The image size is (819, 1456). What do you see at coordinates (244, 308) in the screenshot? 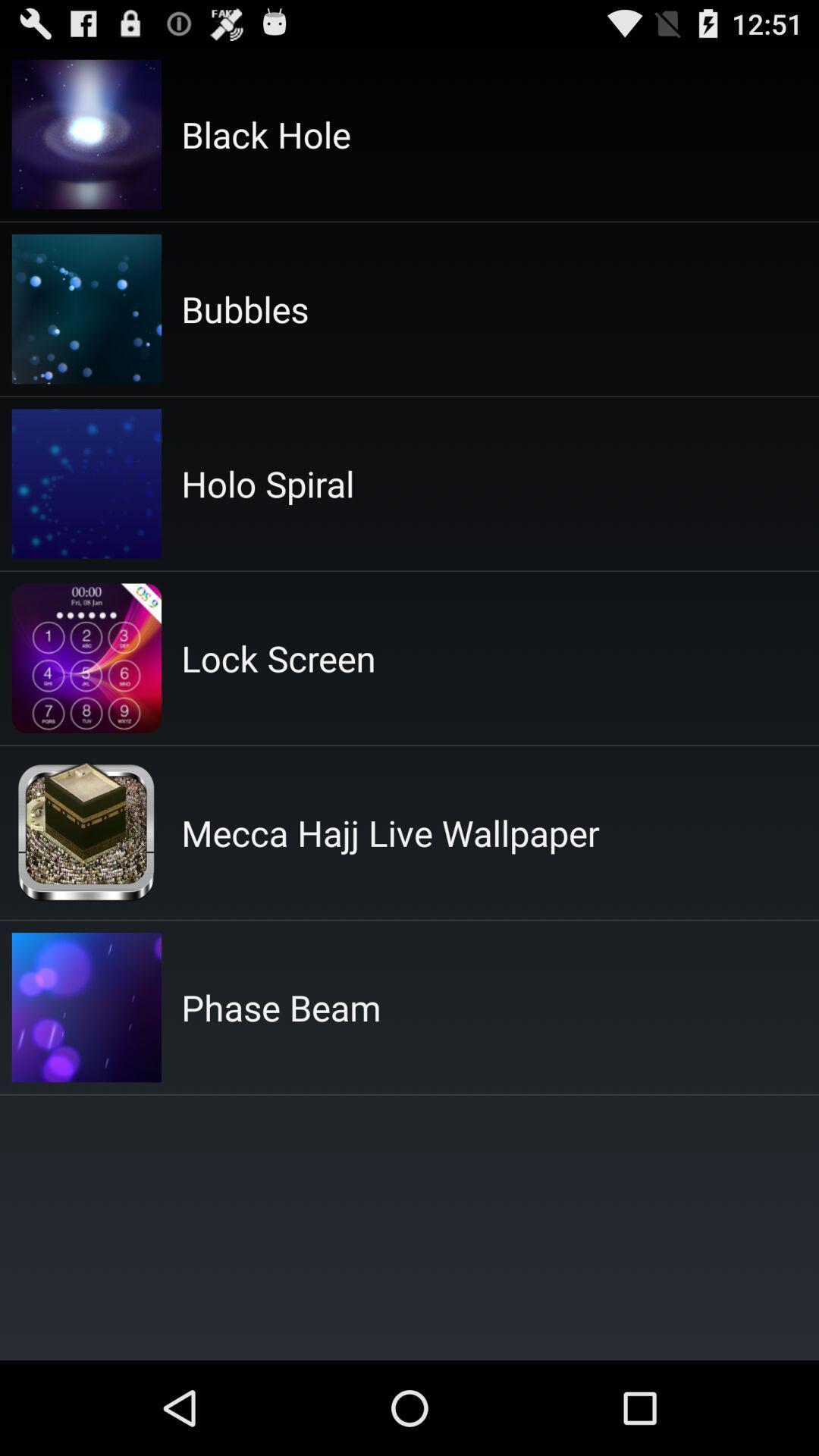
I see `app above holo spiral icon` at bounding box center [244, 308].